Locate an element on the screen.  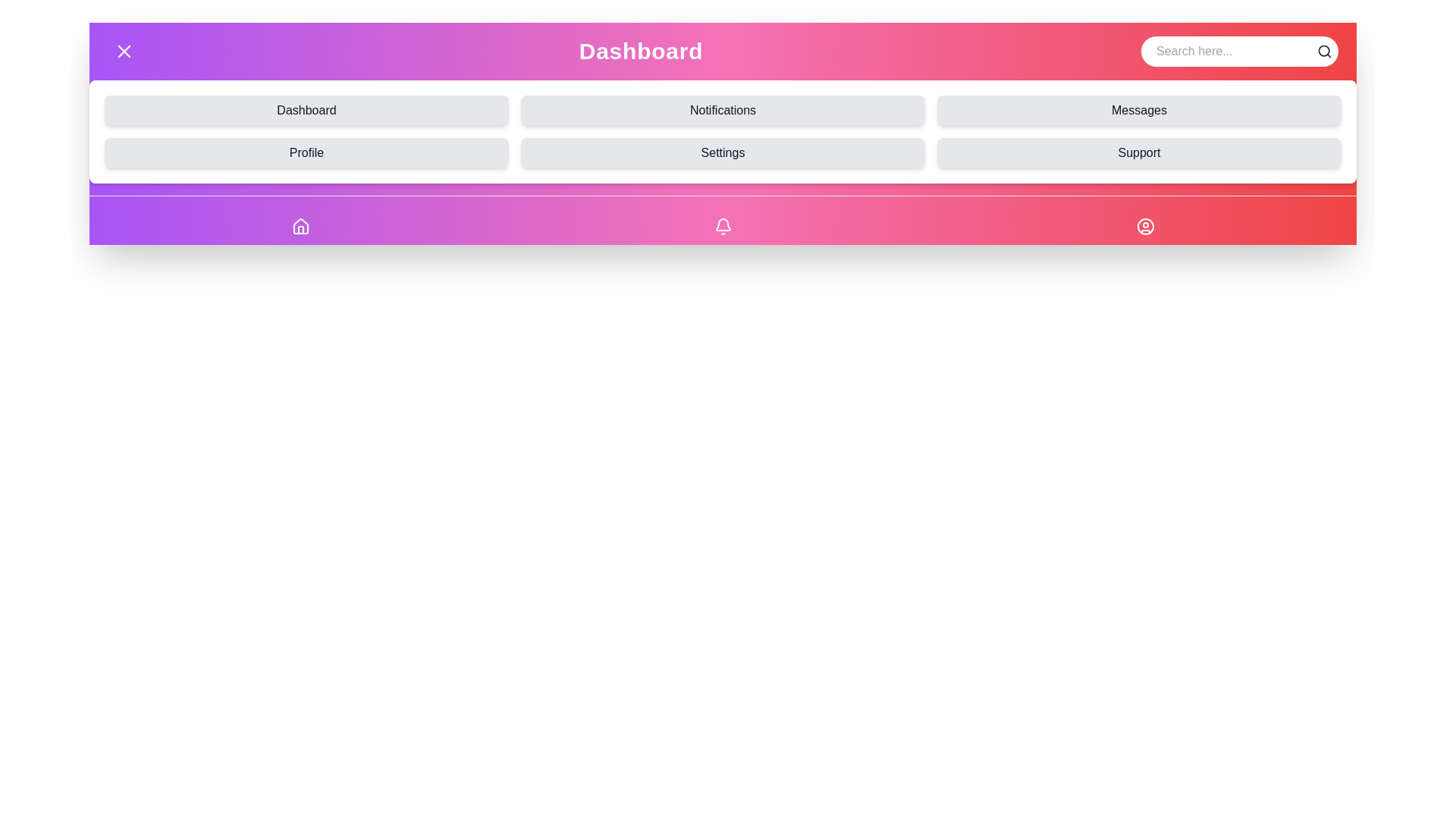
the footer button corresponding to Alerts is located at coordinates (722, 227).